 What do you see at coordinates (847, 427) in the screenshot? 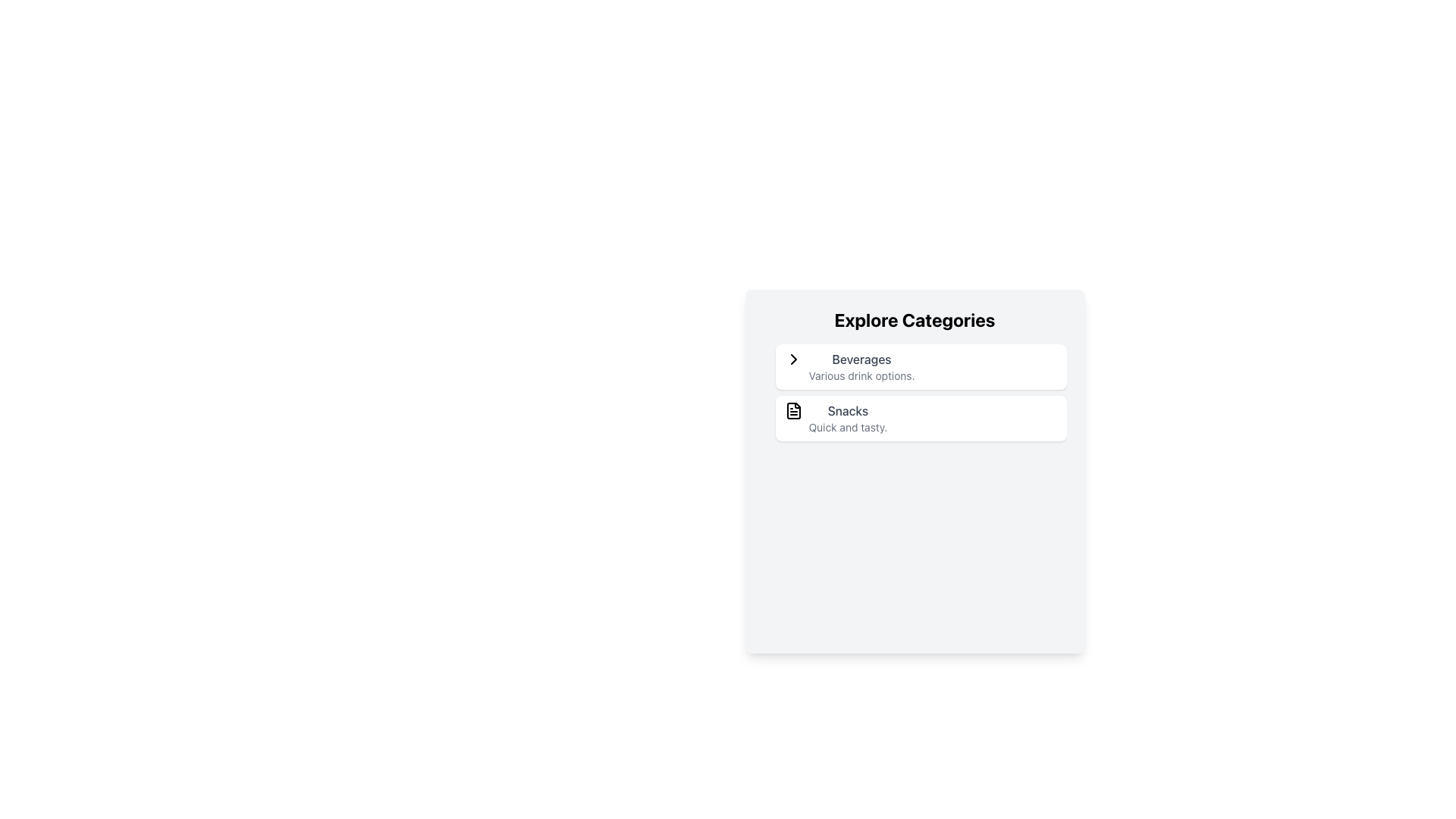
I see `descriptive text element located directly below the 'Snacks' label in the card-like structure for additional context` at bounding box center [847, 427].